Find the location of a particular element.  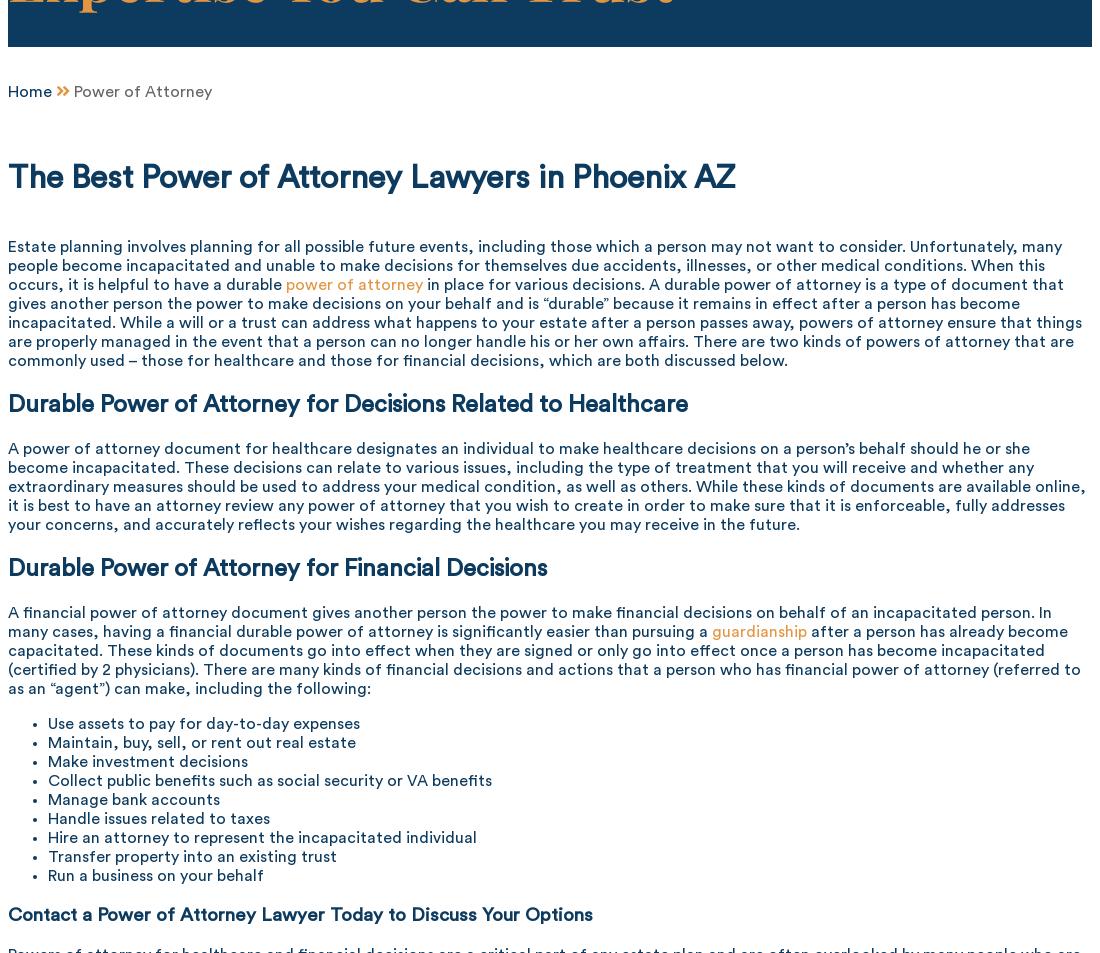

'Make investment decisions' is located at coordinates (46, 760).